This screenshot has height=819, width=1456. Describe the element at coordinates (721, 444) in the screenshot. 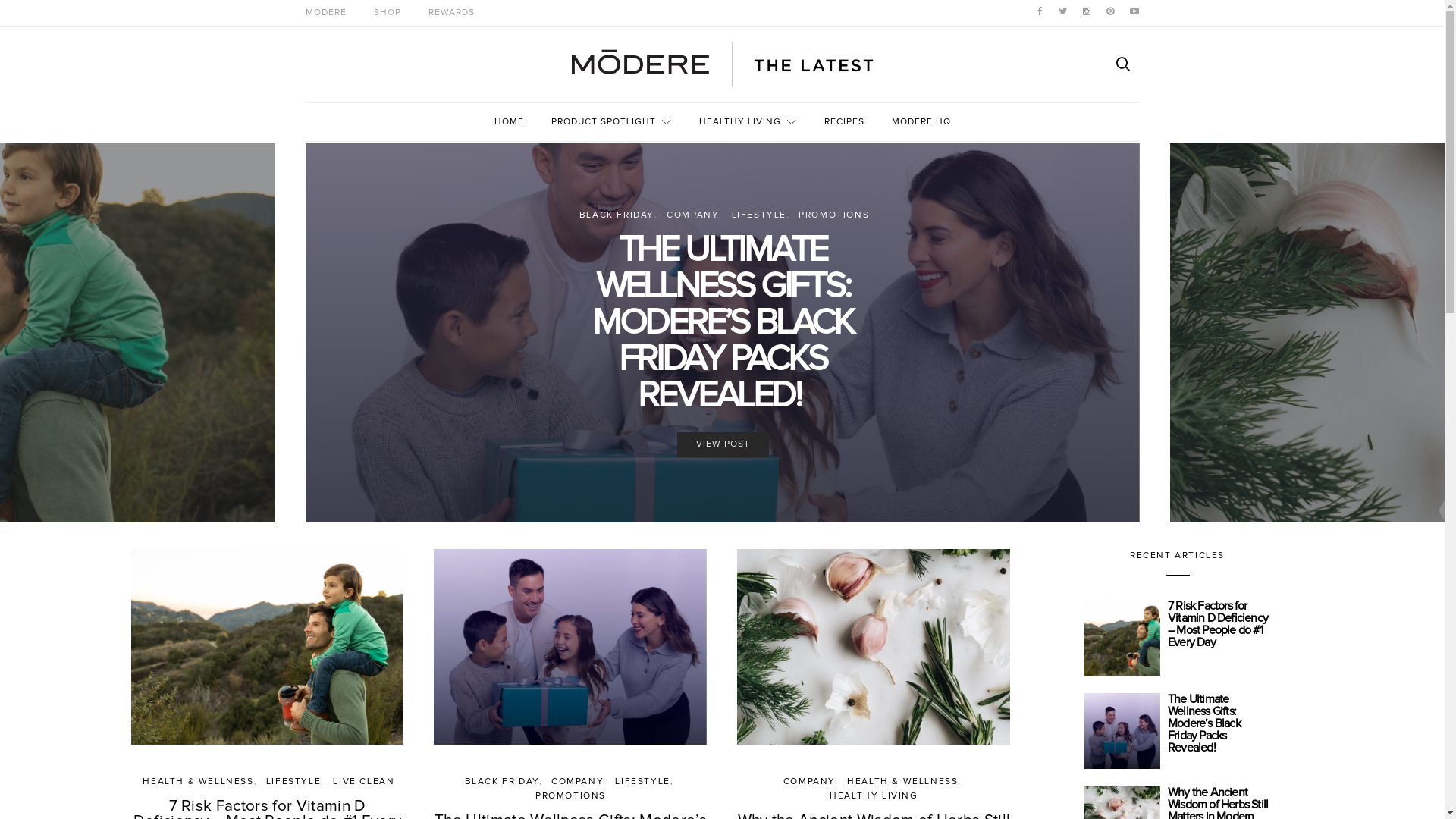

I see `'VIEW POST'` at that location.